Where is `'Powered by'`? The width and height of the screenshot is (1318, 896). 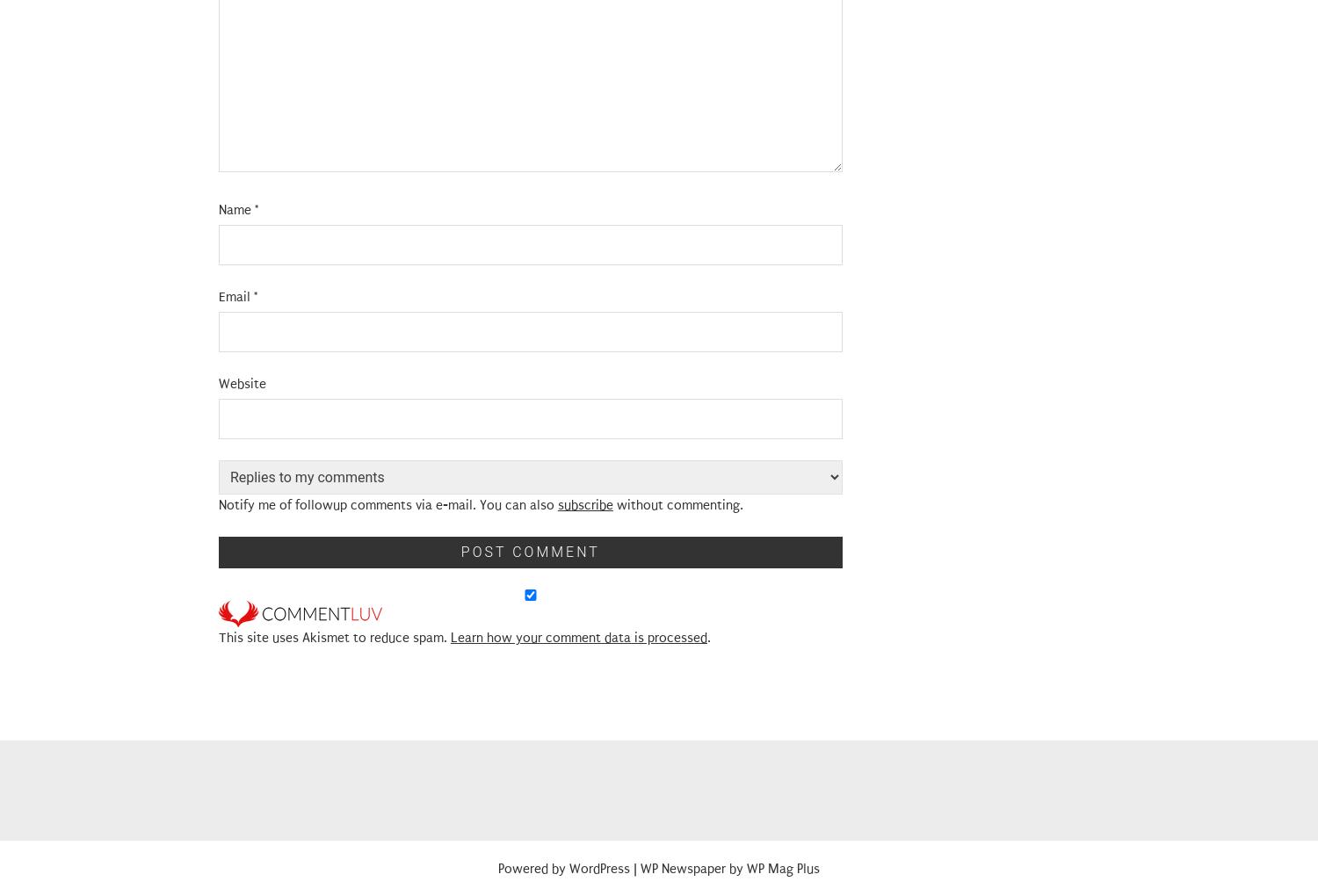 'Powered by' is located at coordinates (532, 868).